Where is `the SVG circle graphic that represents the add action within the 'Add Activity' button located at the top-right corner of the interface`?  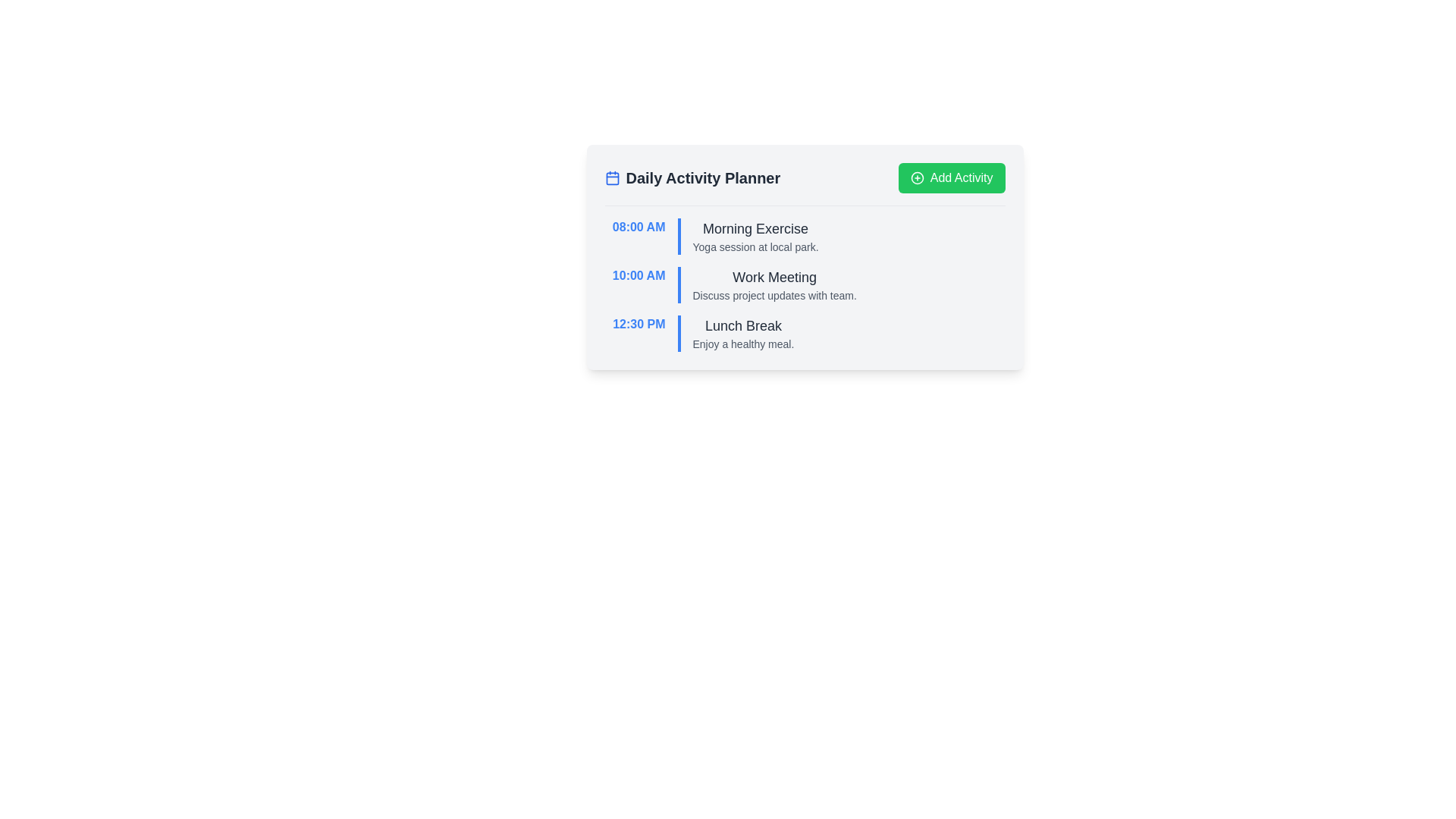 the SVG circle graphic that represents the add action within the 'Add Activity' button located at the top-right corner of the interface is located at coordinates (916, 177).